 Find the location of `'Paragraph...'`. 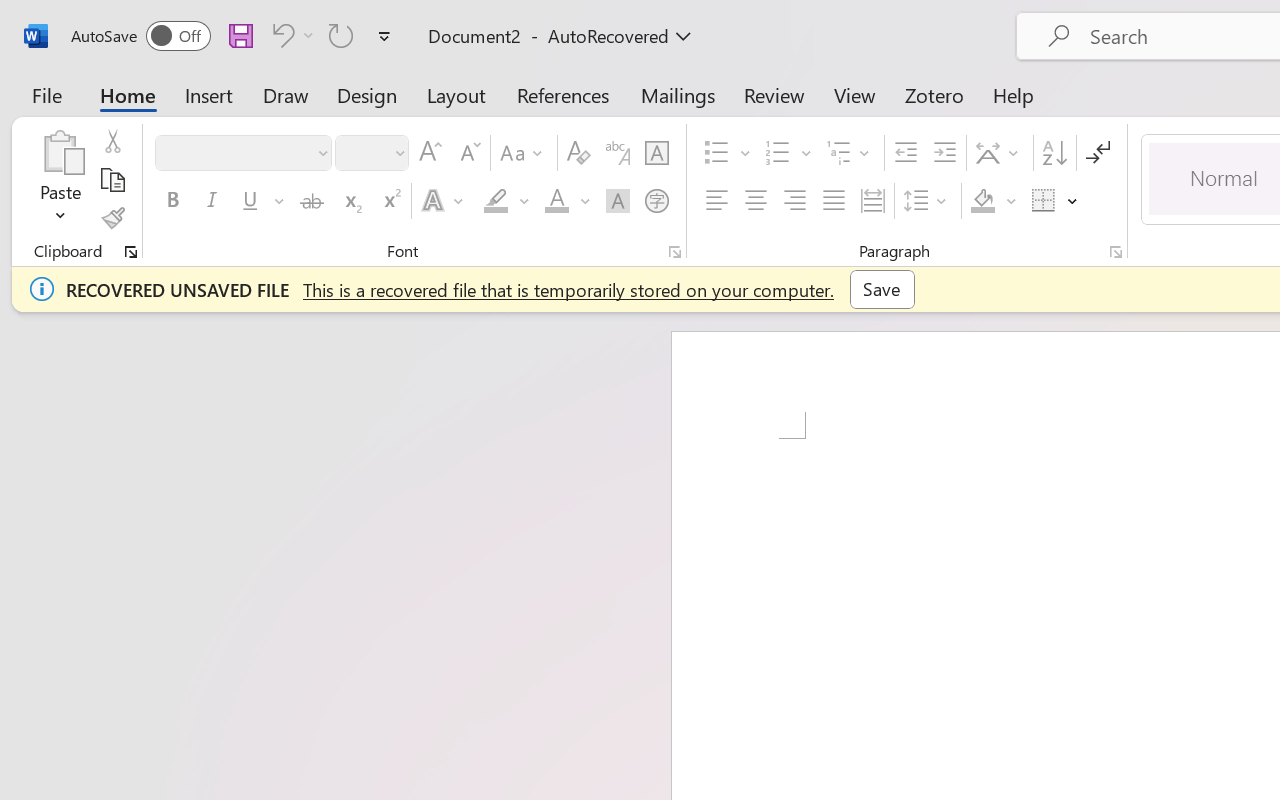

'Paragraph...' is located at coordinates (1114, 251).